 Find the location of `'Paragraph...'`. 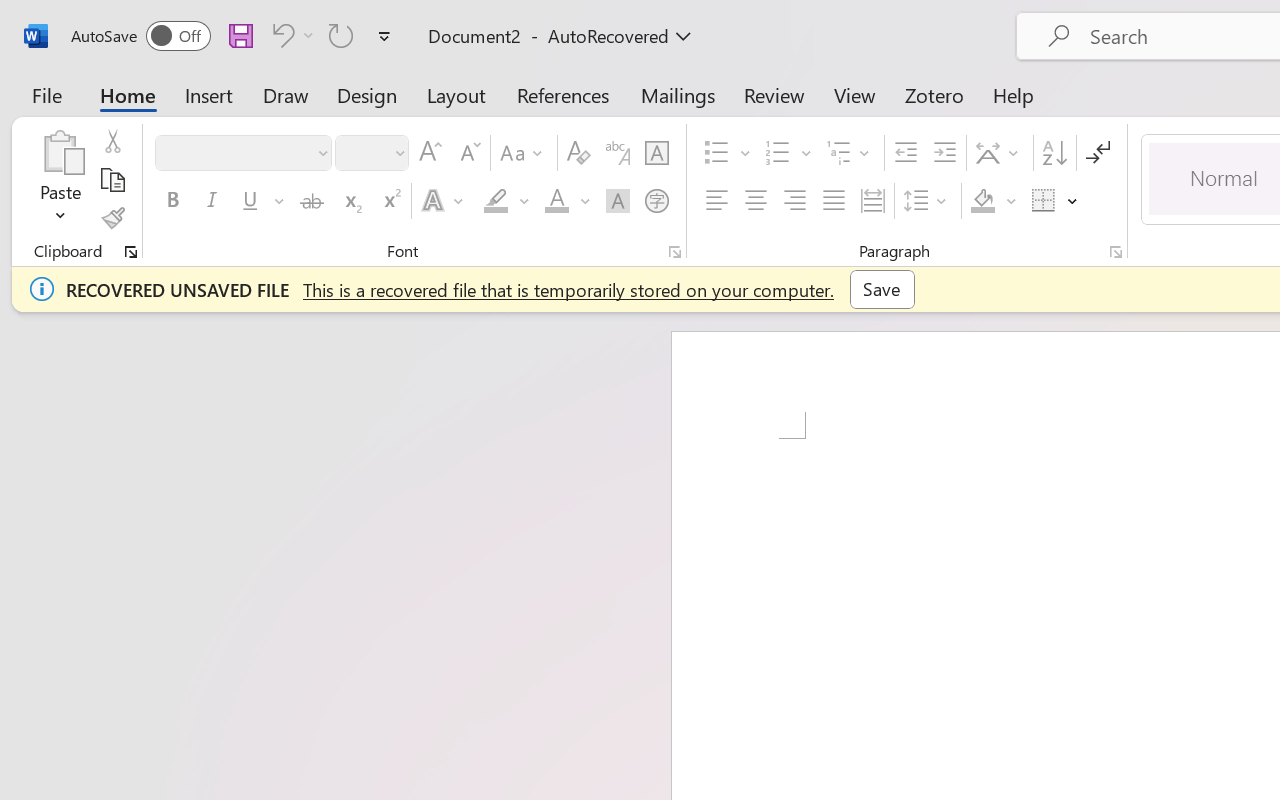

'Paragraph...' is located at coordinates (1114, 251).